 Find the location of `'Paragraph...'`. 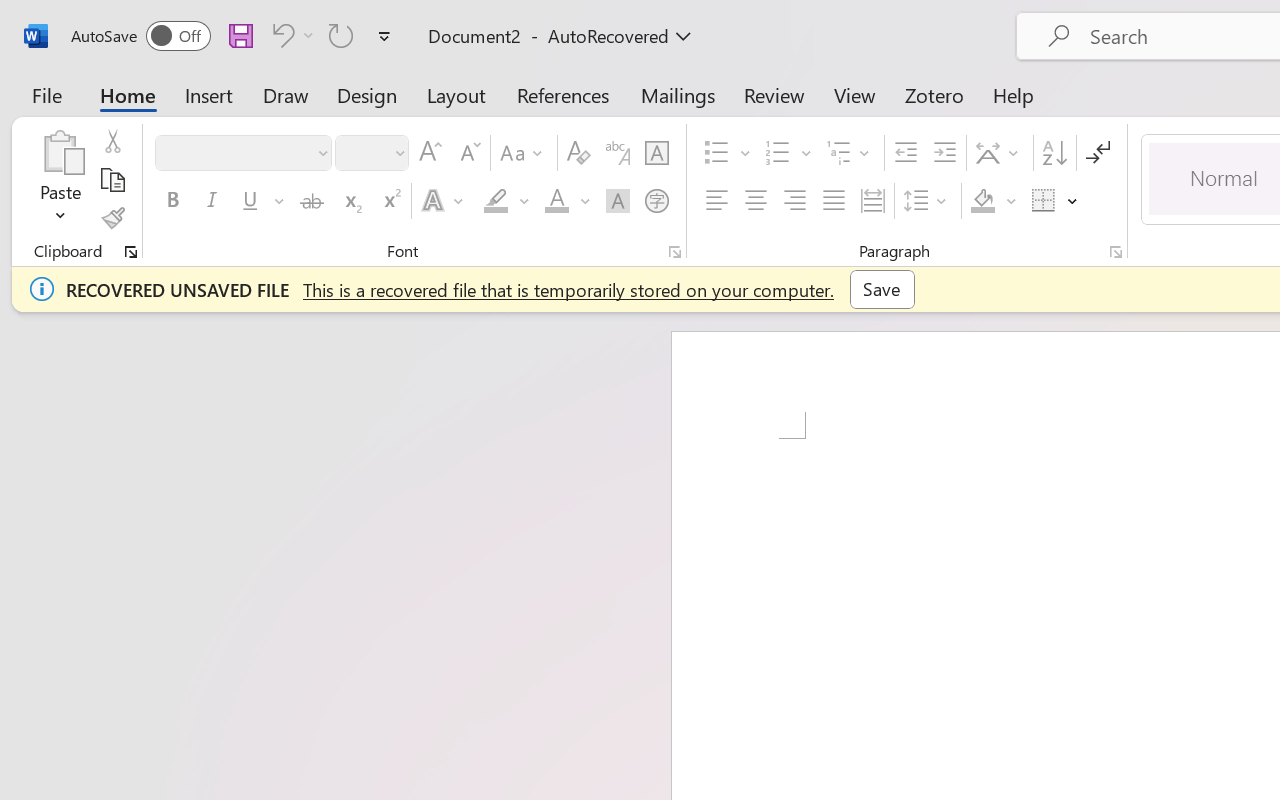

'Paragraph...' is located at coordinates (1114, 251).